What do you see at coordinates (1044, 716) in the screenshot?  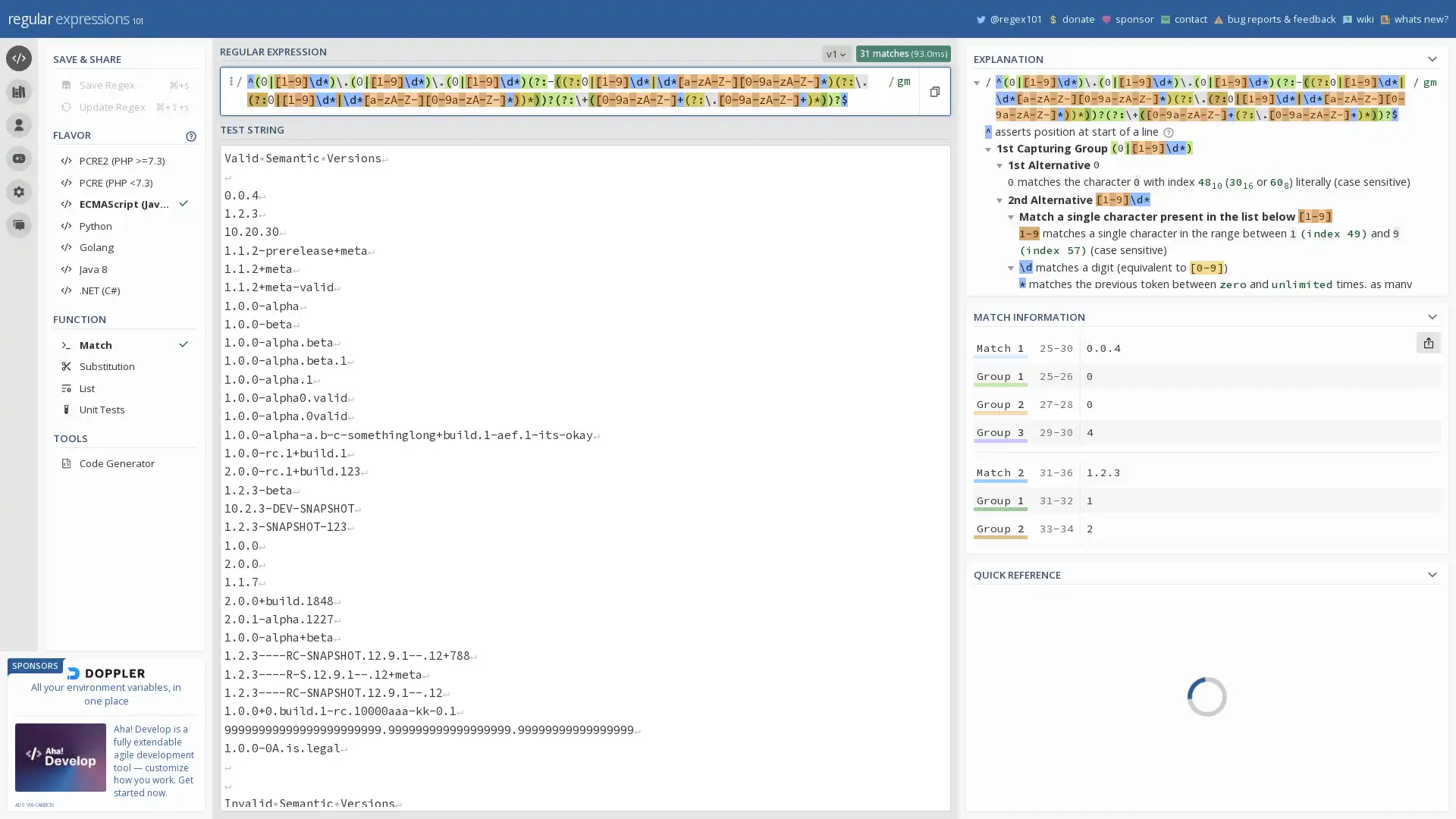 I see `Meta Sequences` at bounding box center [1044, 716].